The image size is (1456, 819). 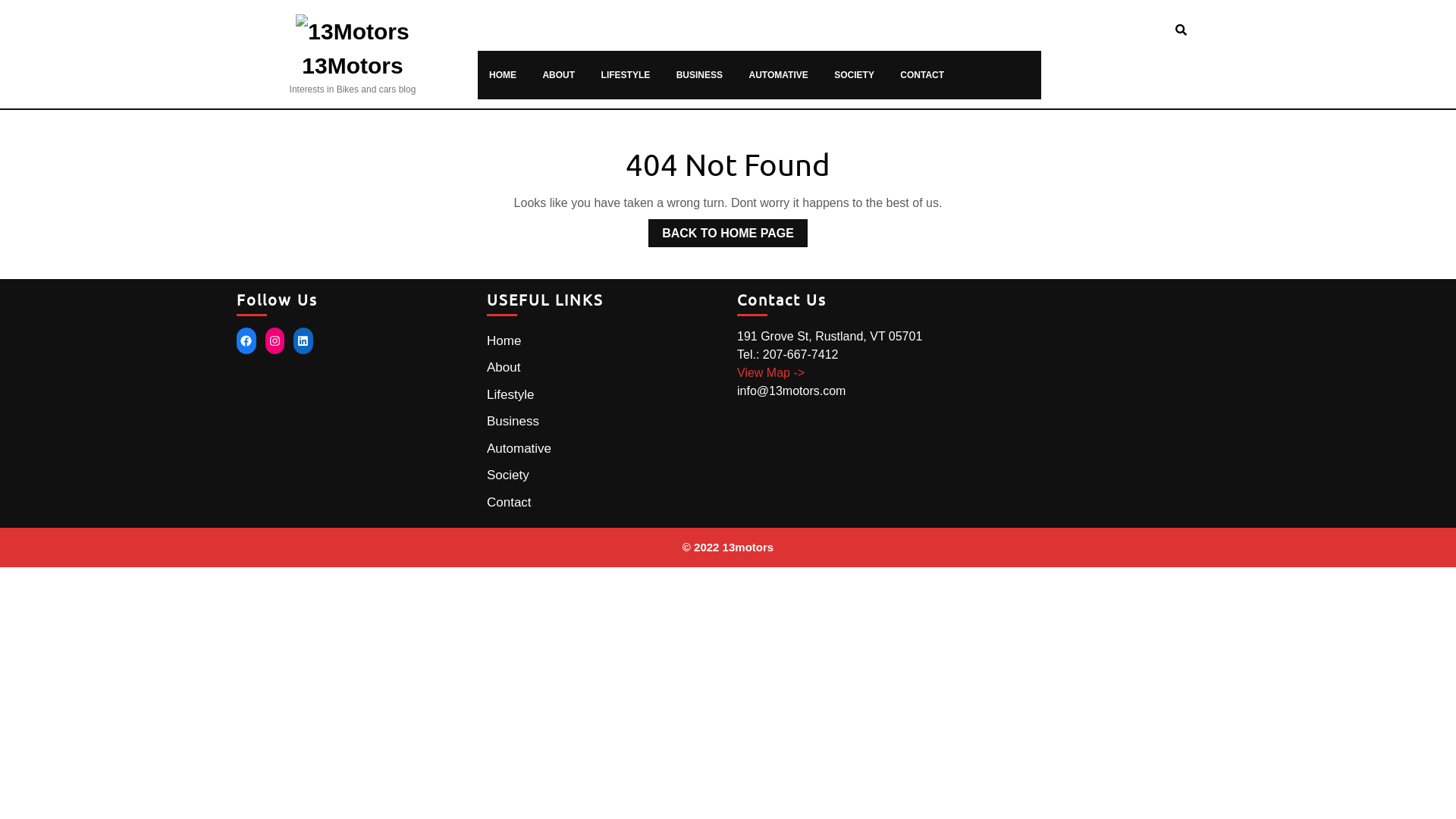 I want to click on 'HOME', so click(x=487, y=75).